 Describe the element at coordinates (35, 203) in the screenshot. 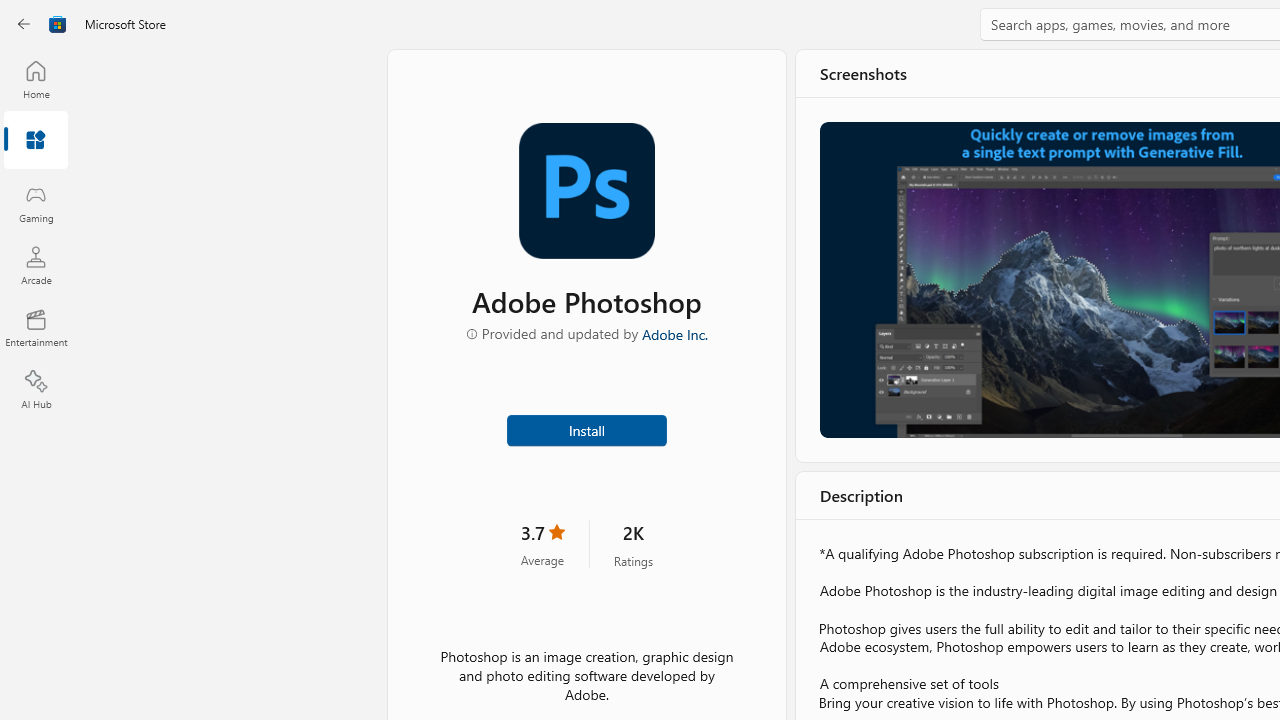

I see `'Gaming'` at that location.